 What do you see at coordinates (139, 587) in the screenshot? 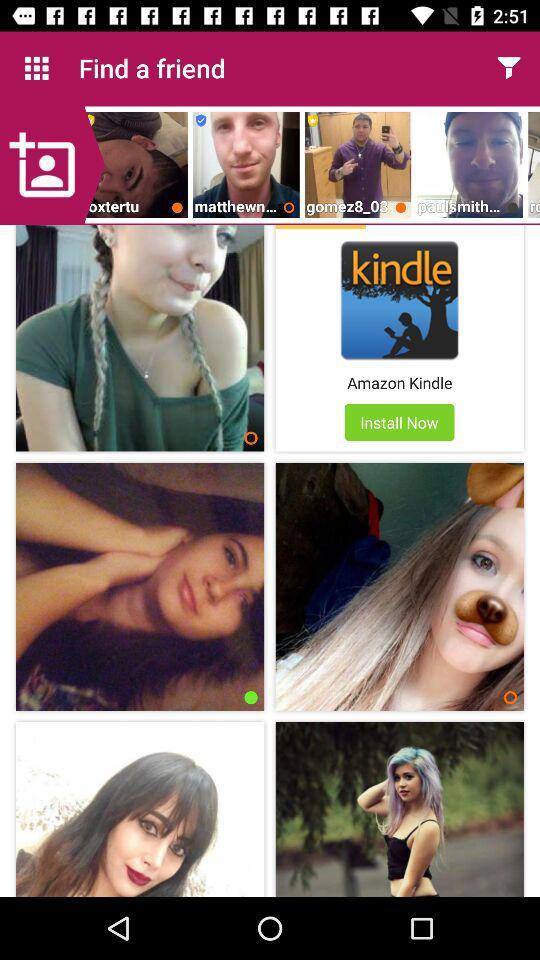
I see `the second row first image` at bounding box center [139, 587].